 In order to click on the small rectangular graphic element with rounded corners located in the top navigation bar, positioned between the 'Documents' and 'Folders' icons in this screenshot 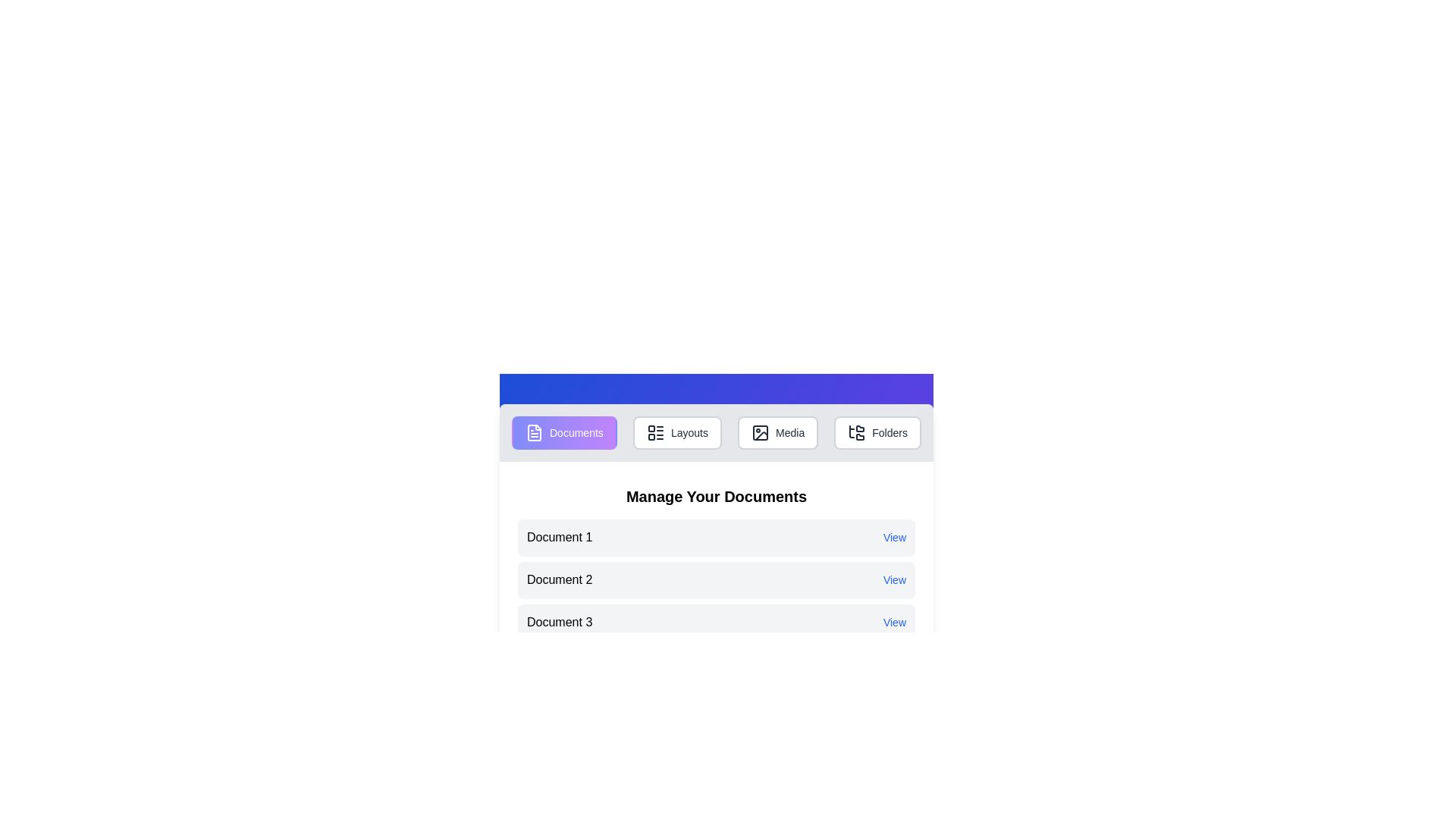, I will do `click(761, 432)`.